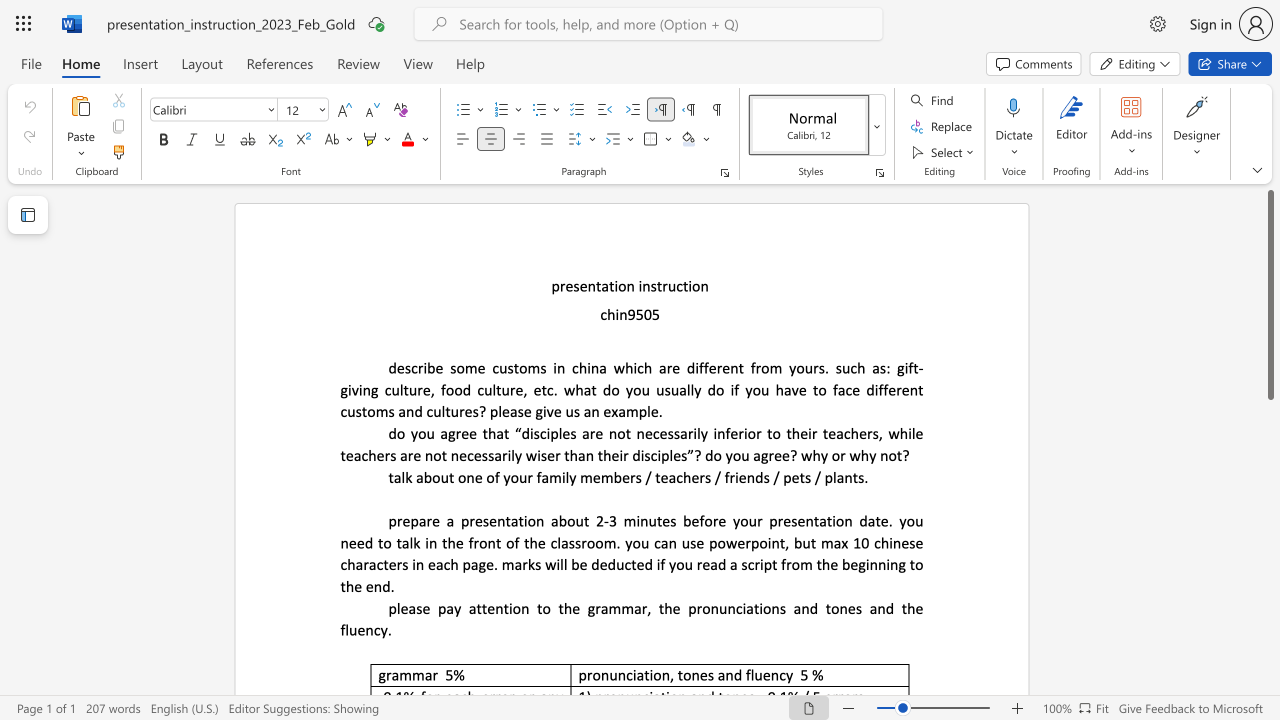  I want to click on the scrollbar on the right, so click(1269, 518).